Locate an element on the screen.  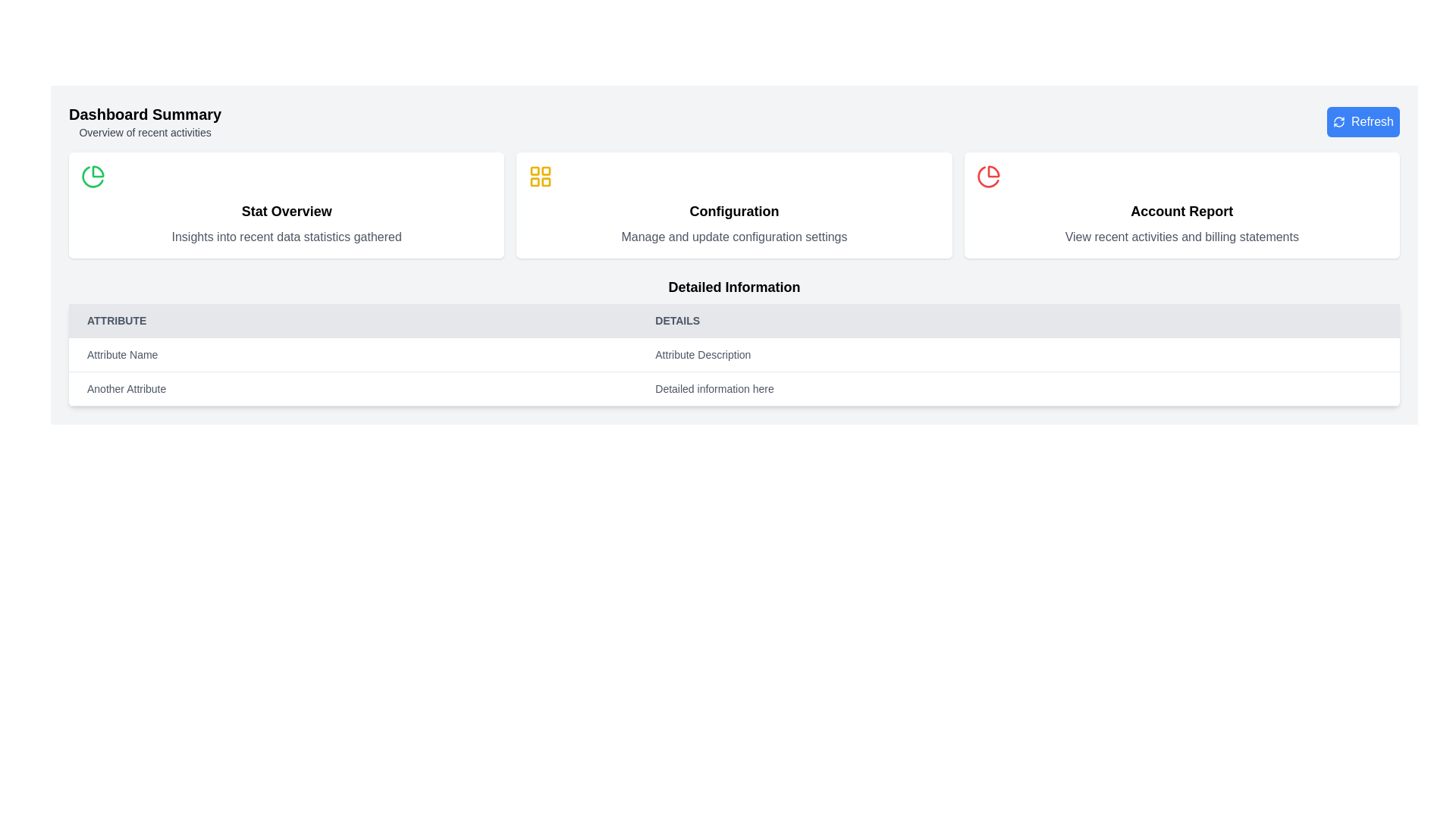
the header text label that summarizes the section's content, located at the top-left of the interface is located at coordinates (145, 113).